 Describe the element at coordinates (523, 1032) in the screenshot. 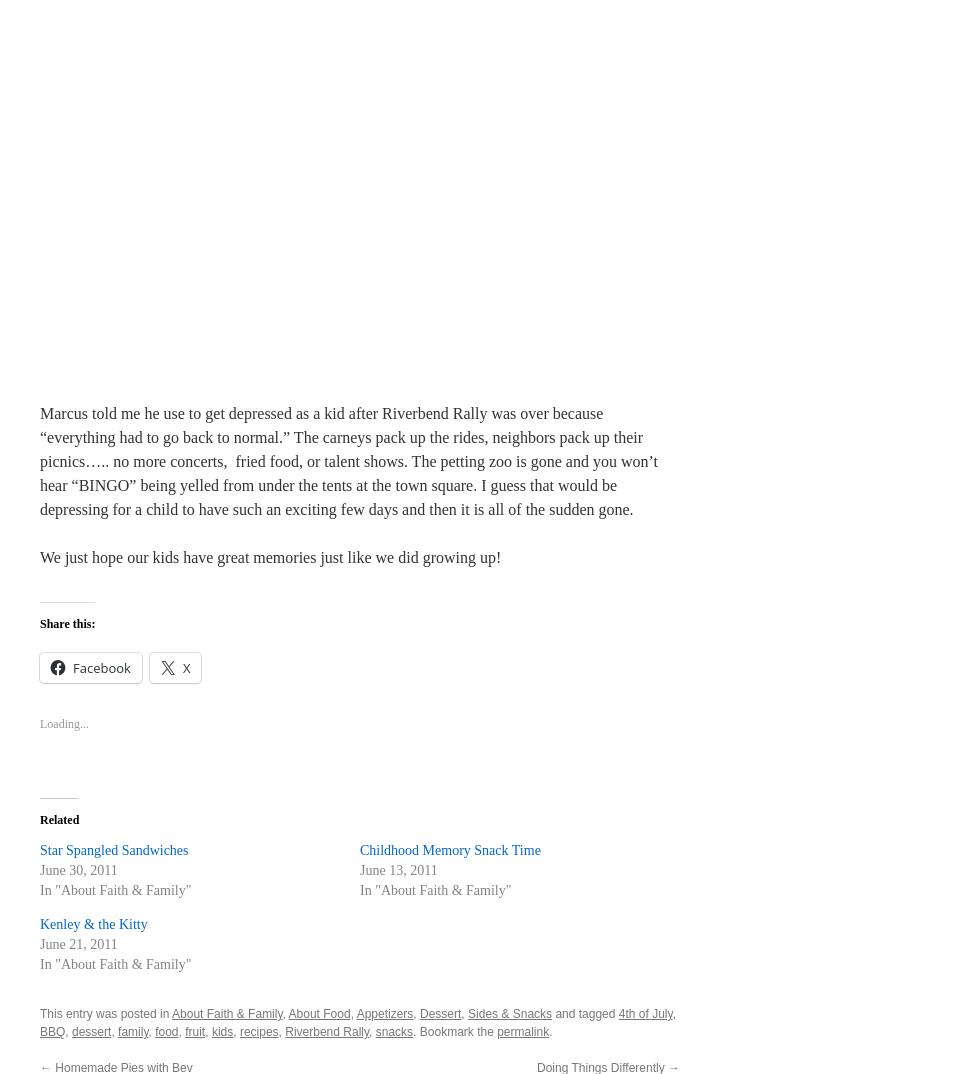

I see `'permalink'` at that location.